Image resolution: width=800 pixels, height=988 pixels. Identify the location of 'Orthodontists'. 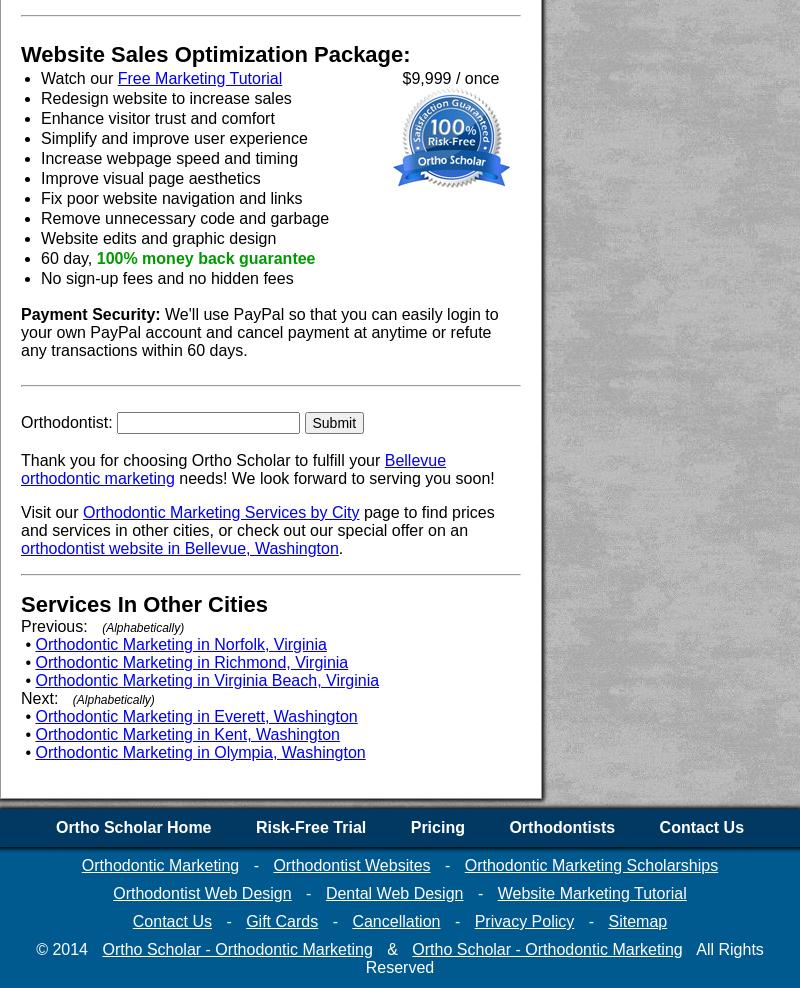
(562, 827).